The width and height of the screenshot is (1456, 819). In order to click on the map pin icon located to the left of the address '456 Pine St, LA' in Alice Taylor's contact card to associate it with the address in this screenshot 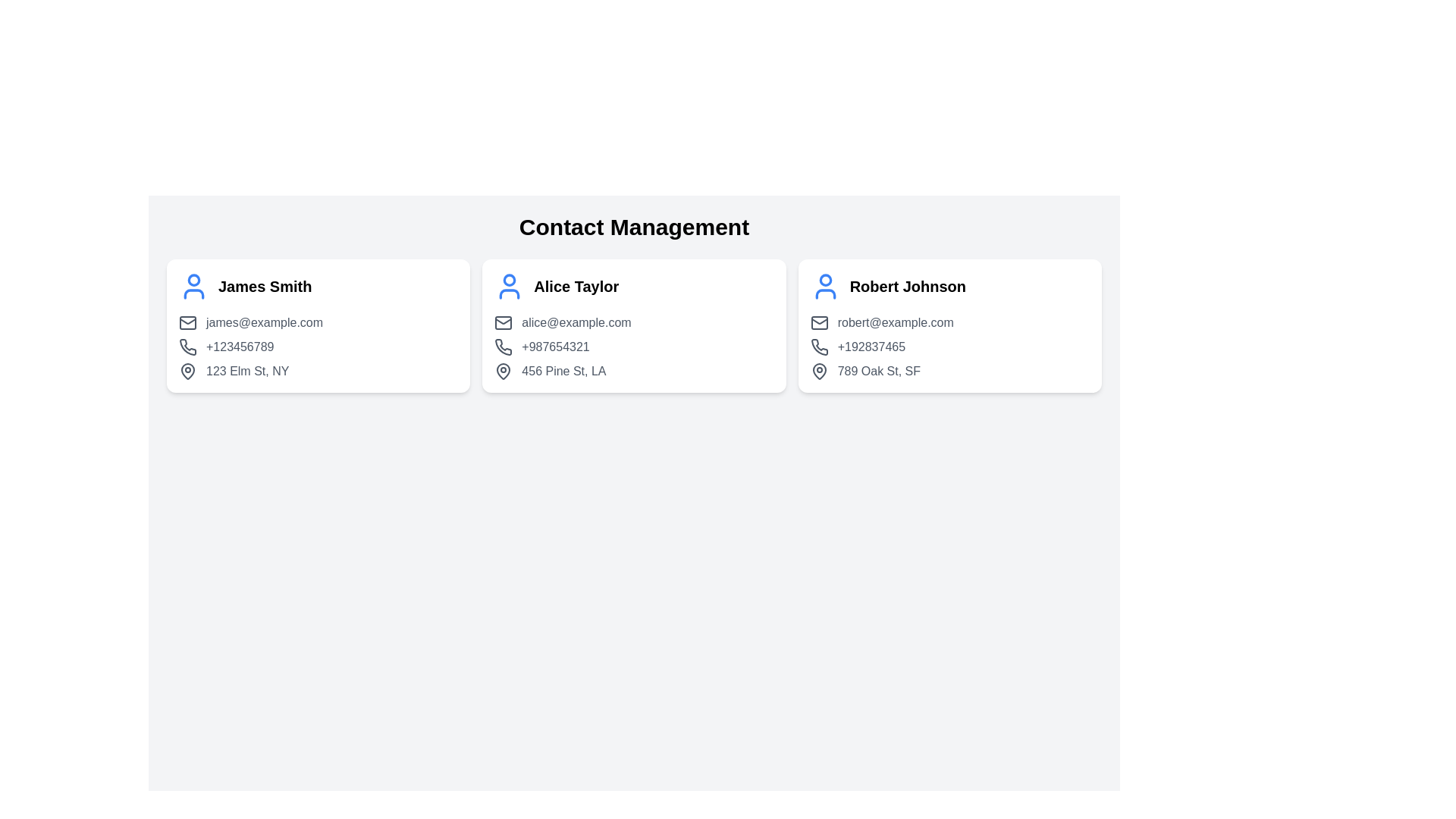, I will do `click(504, 371)`.